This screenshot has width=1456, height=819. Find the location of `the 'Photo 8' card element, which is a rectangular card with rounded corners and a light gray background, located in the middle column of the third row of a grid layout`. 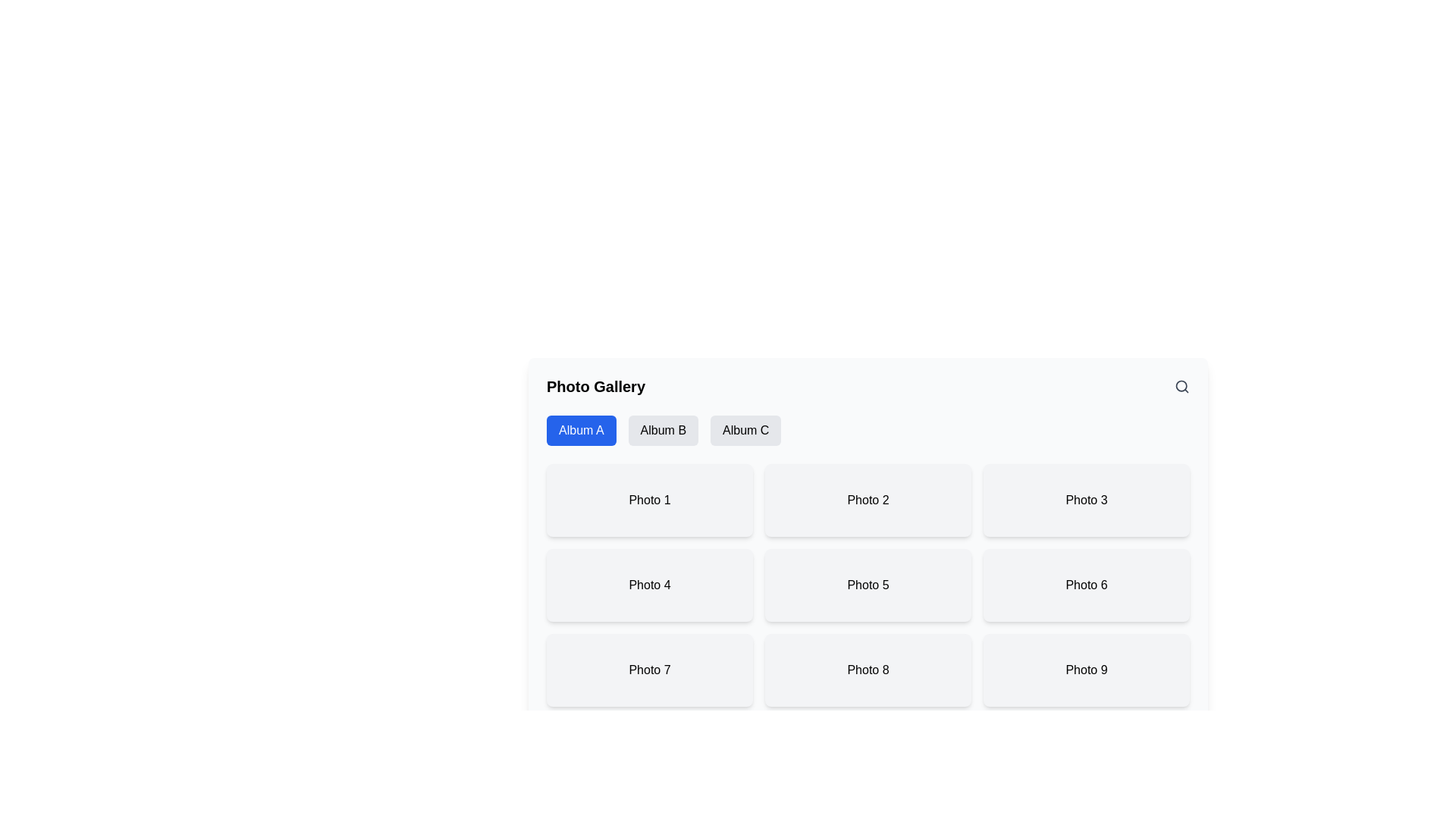

the 'Photo 8' card element, which is a rectangular card with rounded corners and a light gray background, located in the middle column of the third row of a grid layout is located at coordinates (868, 669).